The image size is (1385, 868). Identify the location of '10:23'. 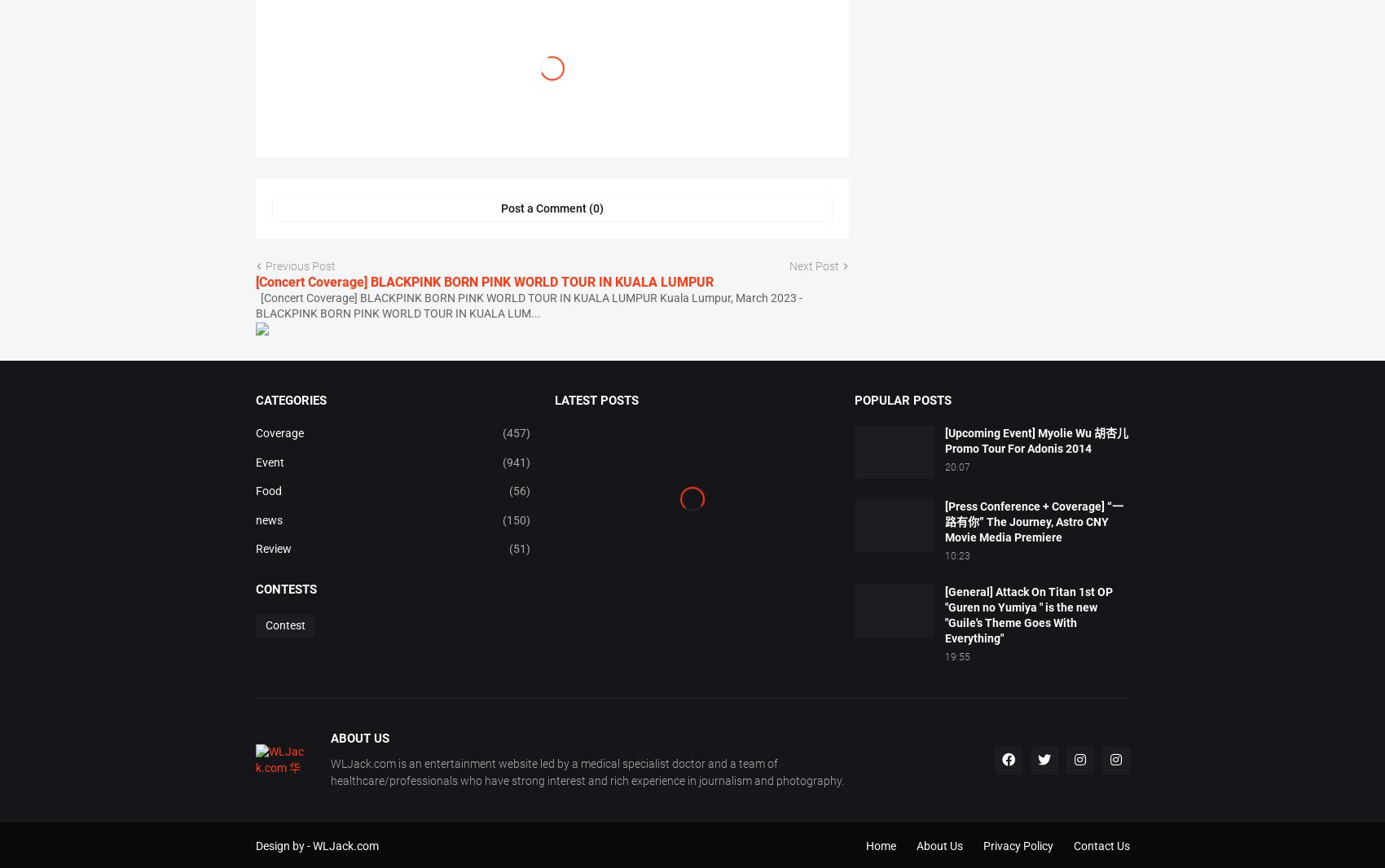
(956, 611).